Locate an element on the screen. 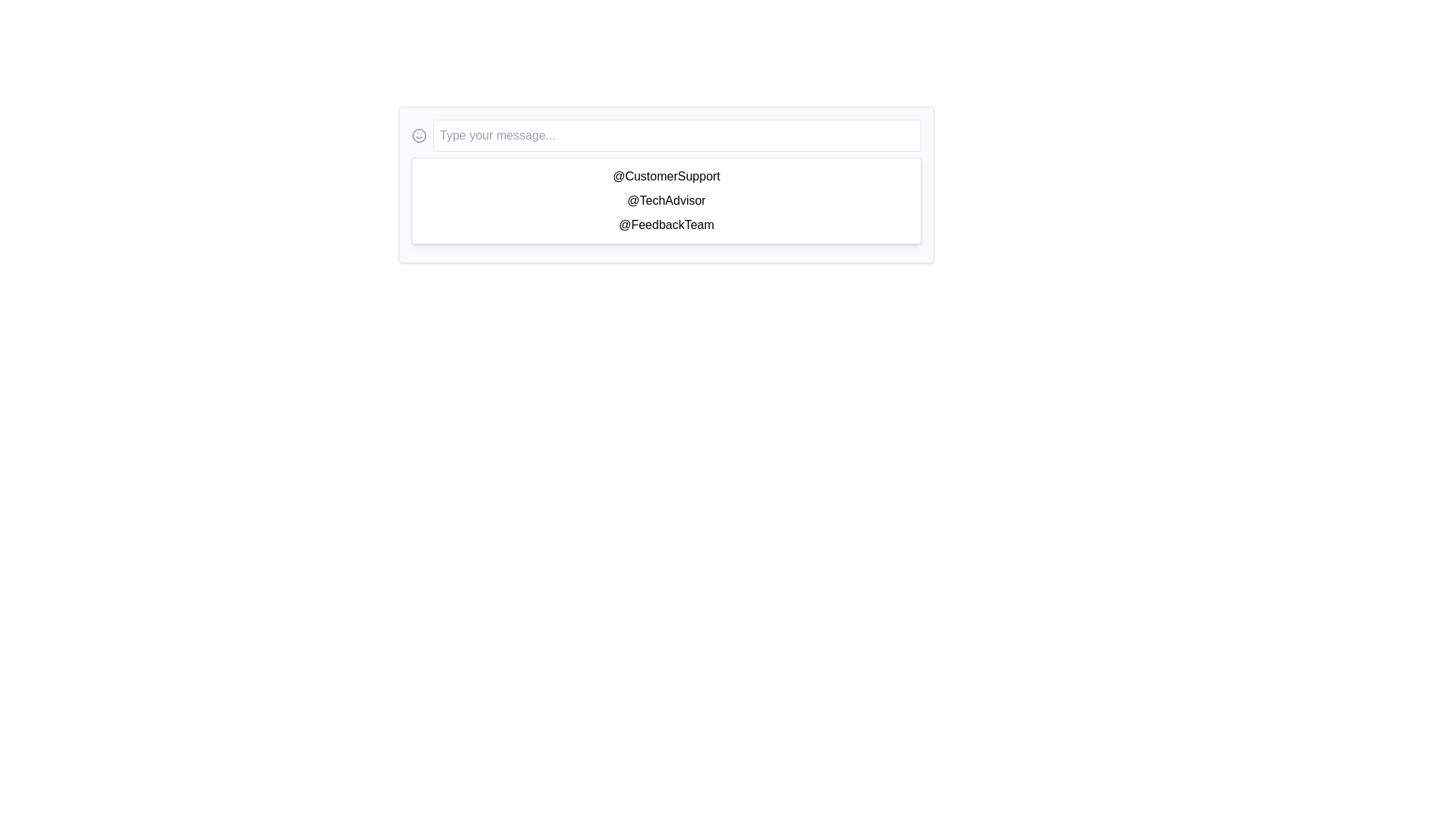 The image size is (1456, 819). the text link element displaying '@FeedbackTeam' to interact or navigate is located at coordinates (666, 225).